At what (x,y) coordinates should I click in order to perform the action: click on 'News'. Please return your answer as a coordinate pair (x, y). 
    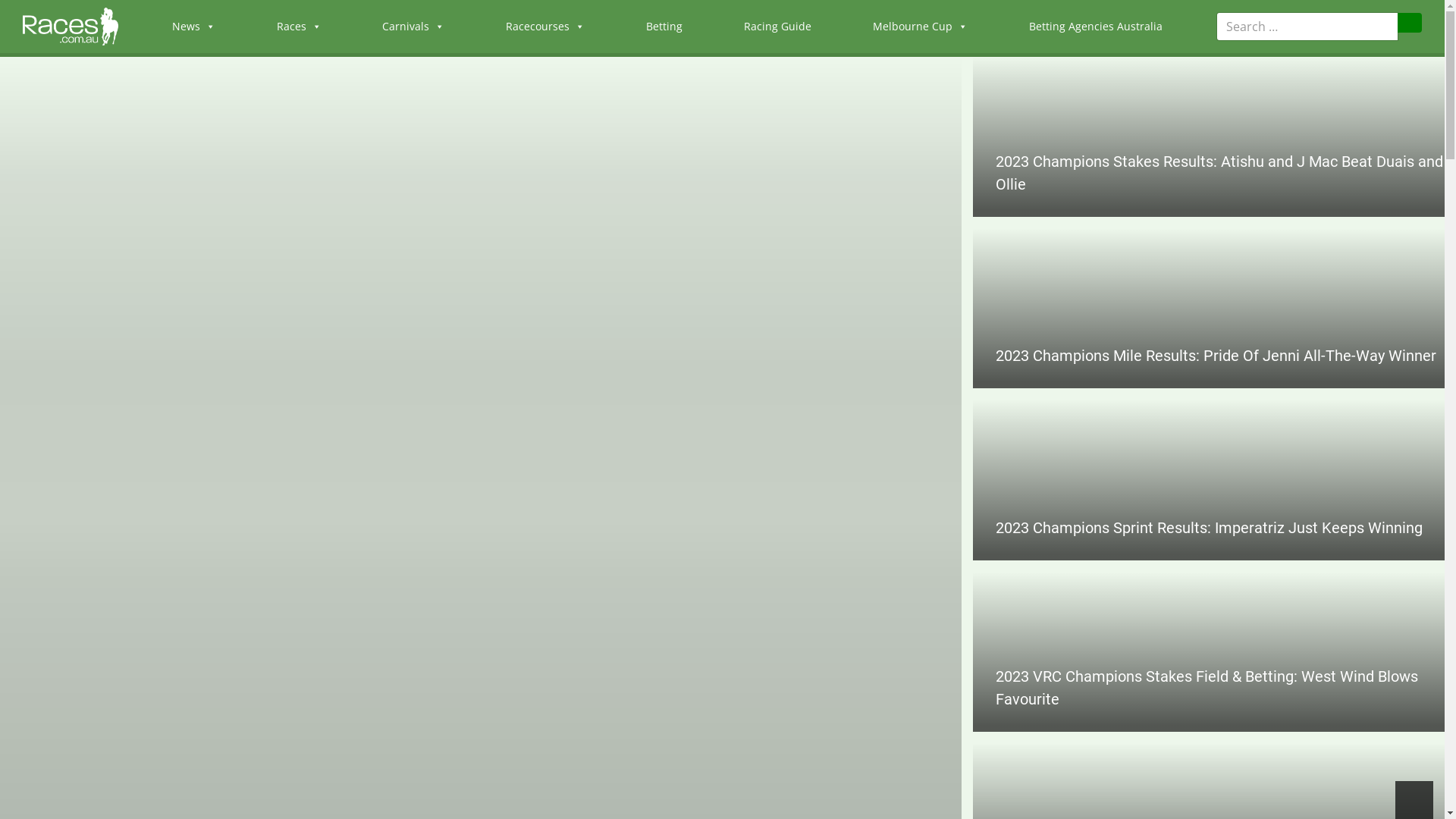
    Looking at the image, I should click on (193, 26).